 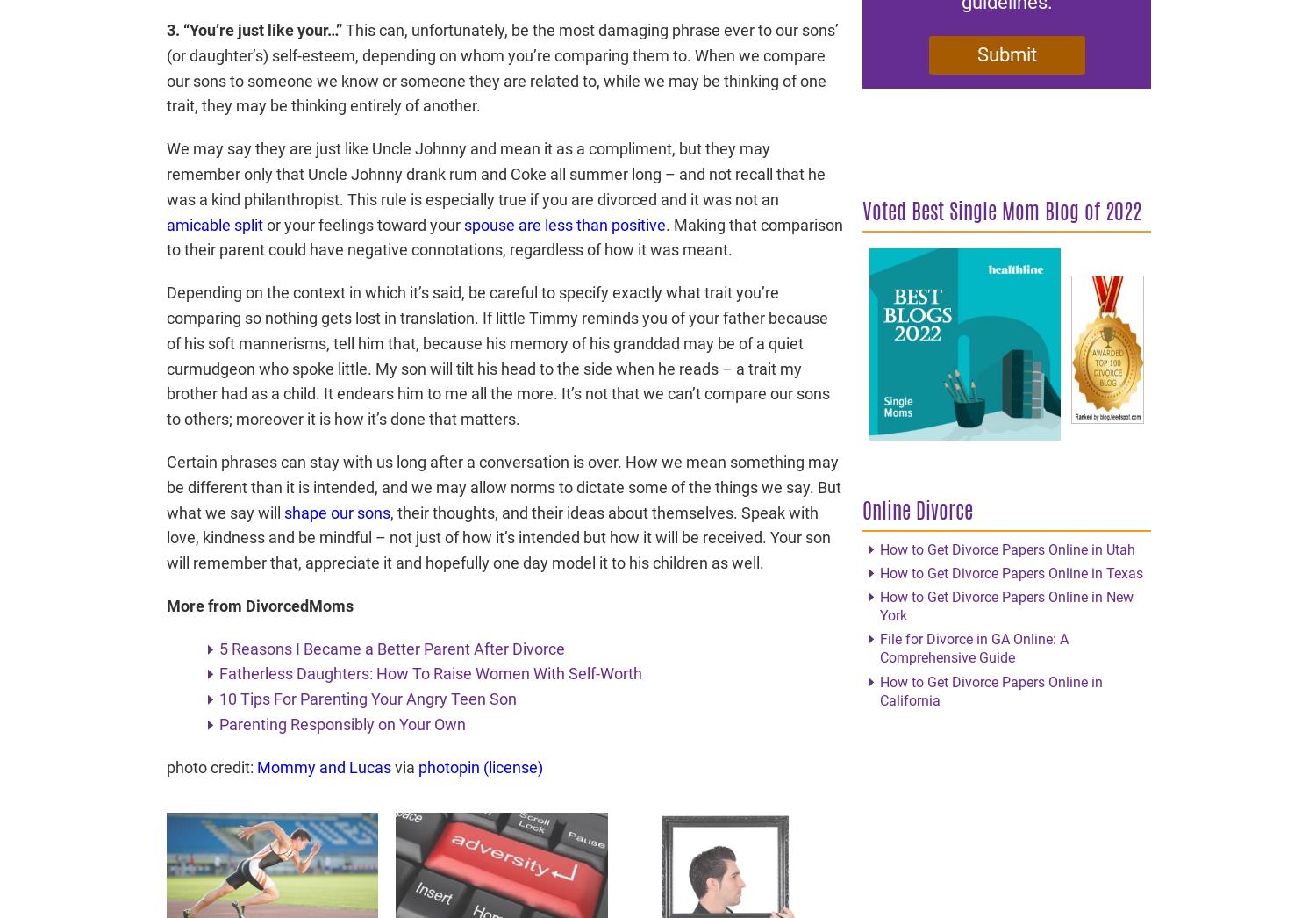 What do you see at coordinates (391, 647) in the screenshot?
I see `'5 Reasons I Became a Better Parent After Divorce'` at bounding box center [391, 647].